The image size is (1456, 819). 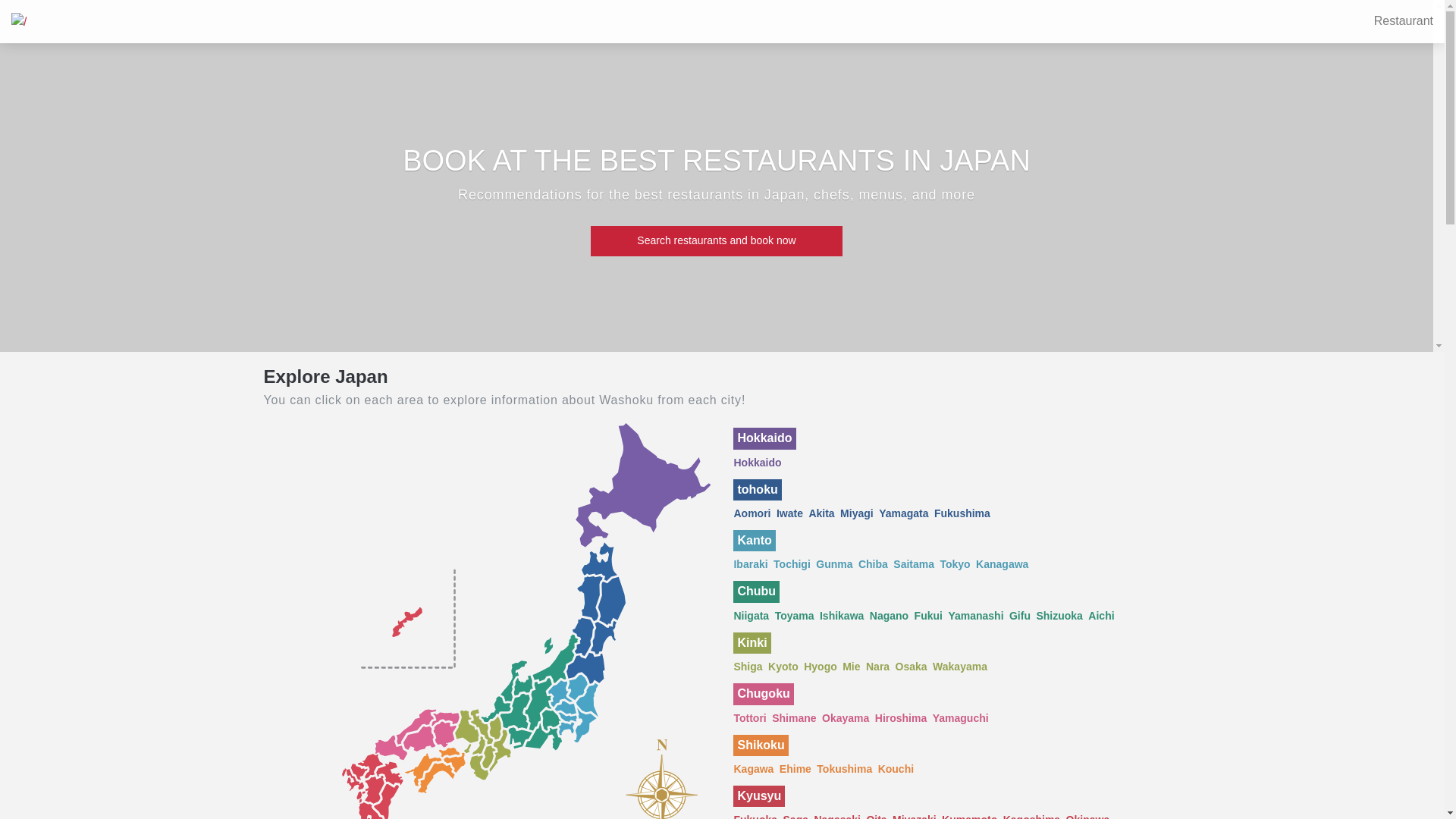 What do you see at coordinates (791, 564) in the screenshot?
I see `'Tochigi'` at bounding box center [791, 564].